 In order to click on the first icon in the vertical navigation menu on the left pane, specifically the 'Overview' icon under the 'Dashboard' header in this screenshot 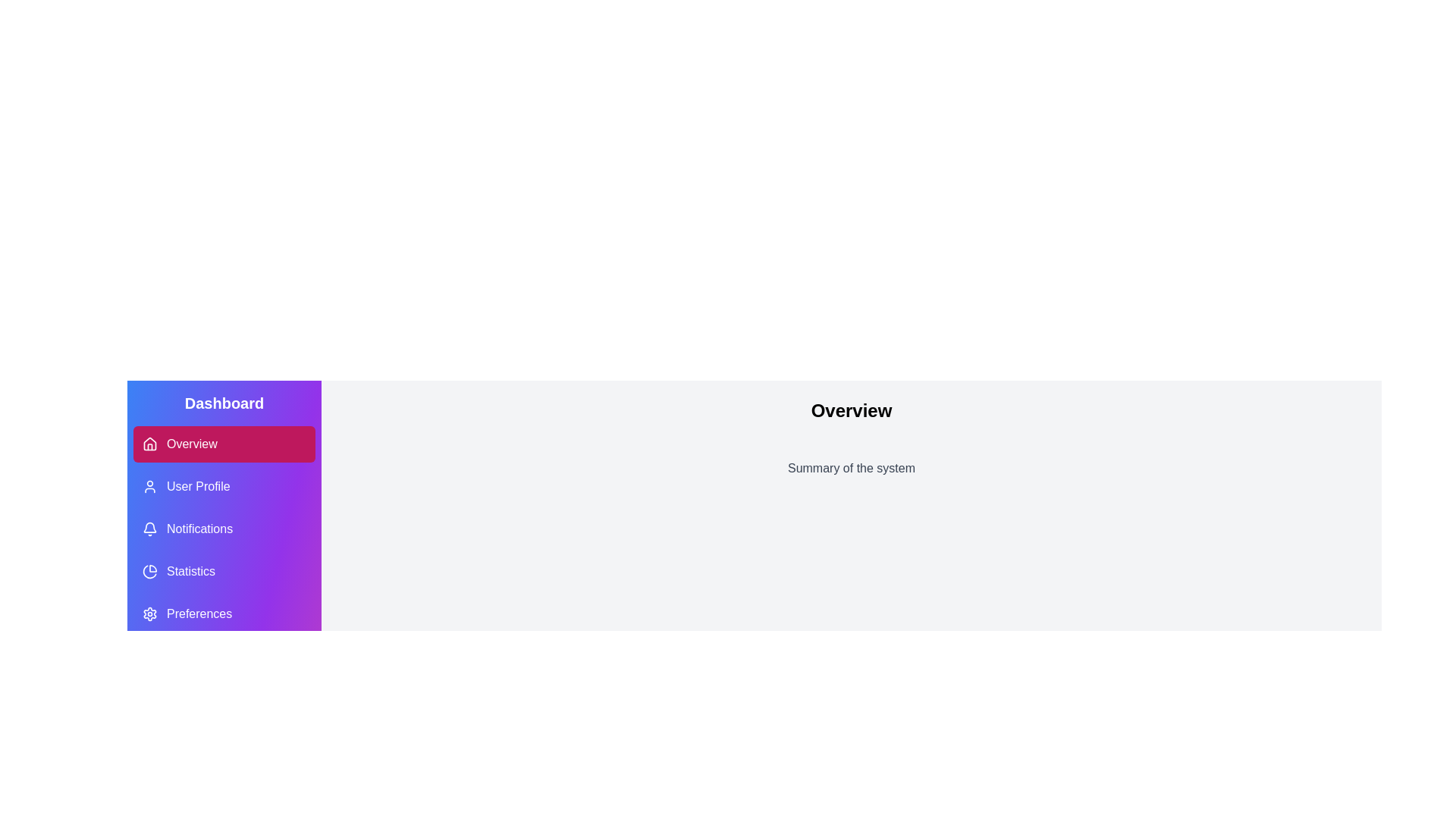, I will do `click(149, 444)`.